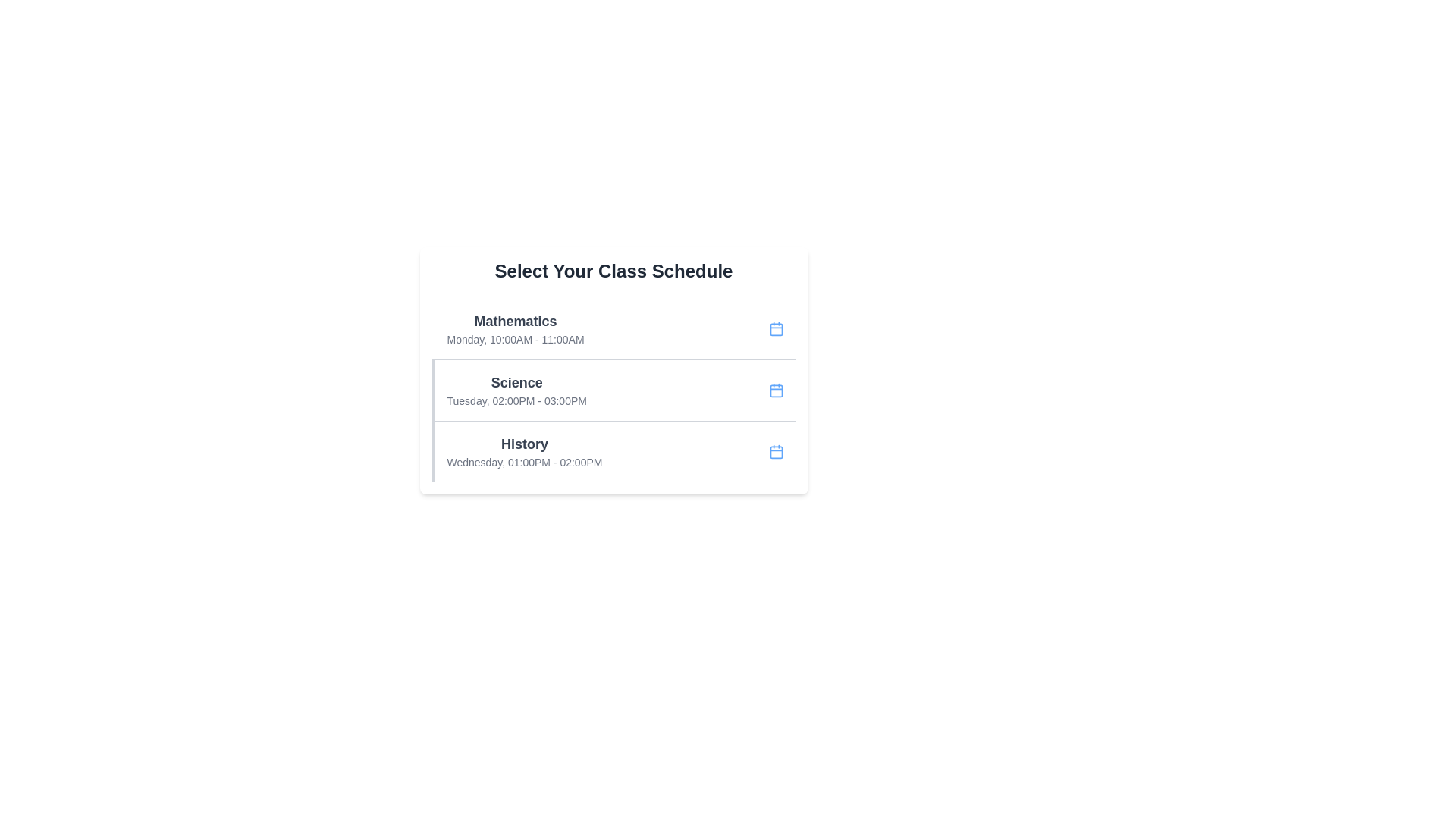  What do you see at coordinates (516, 328) in the screenshot?
I see `the text block labeled 'Mathematics' which features bold, large, dark gray text and is the first item in a vertical list of class schedules` at bounding box center [516, 328].